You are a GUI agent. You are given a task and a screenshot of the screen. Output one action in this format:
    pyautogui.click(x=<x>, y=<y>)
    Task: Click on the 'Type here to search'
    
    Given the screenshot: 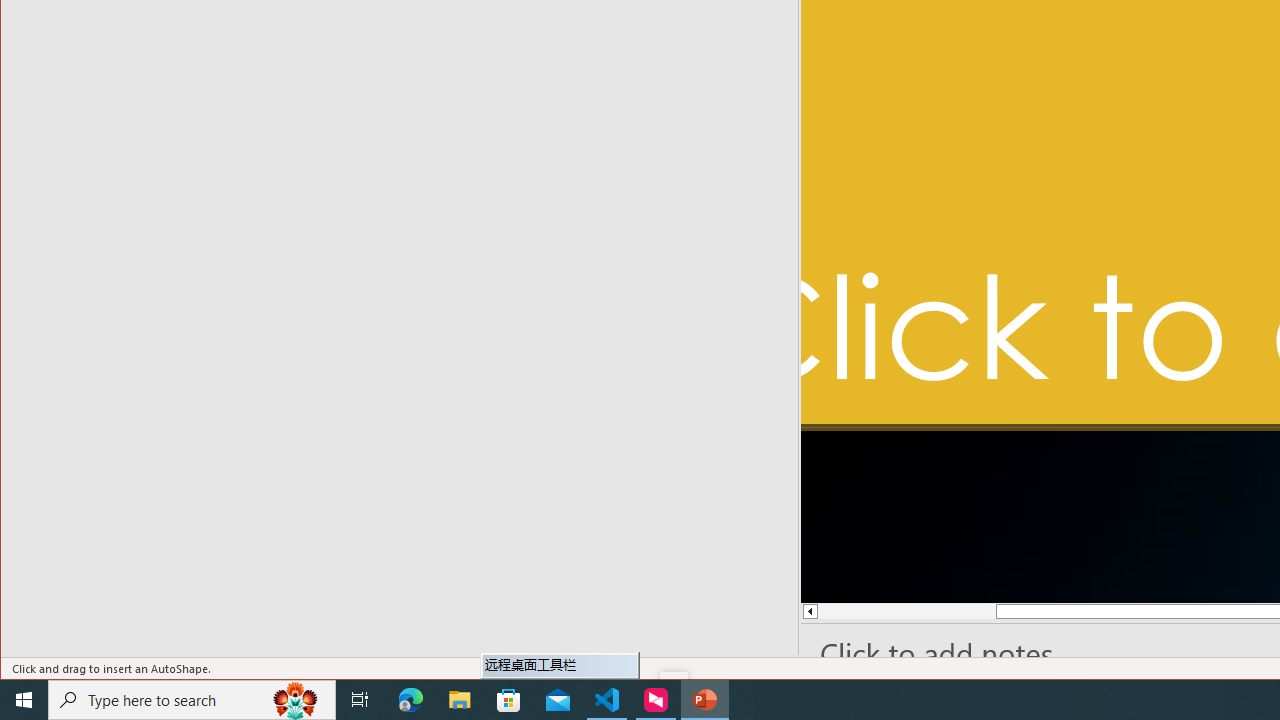 What is the action you would take?
    pyautogui.click(x=192, y=698)
    